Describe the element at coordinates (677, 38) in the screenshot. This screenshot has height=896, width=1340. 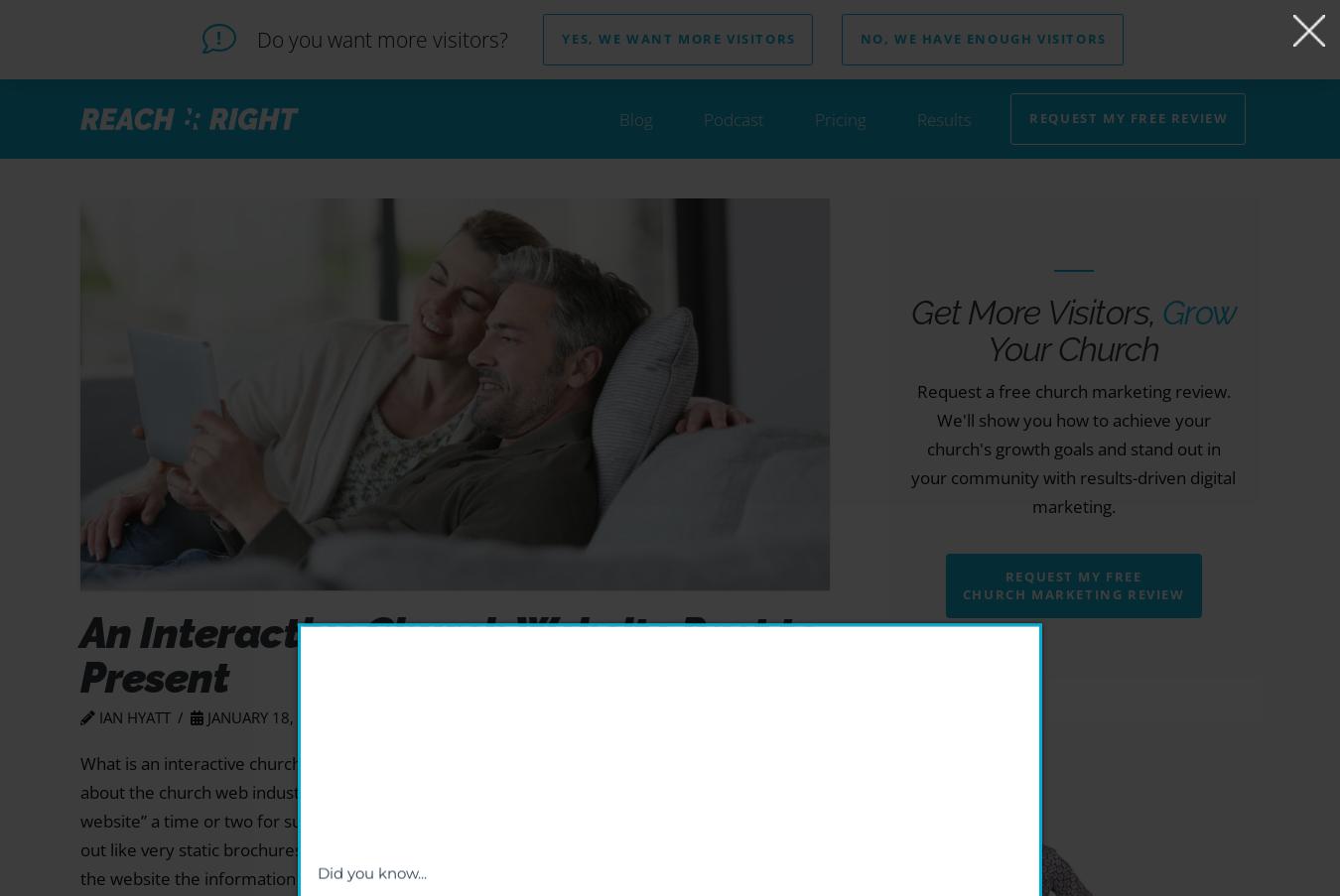
I see `'Yes, we want more visitors'` at that location.